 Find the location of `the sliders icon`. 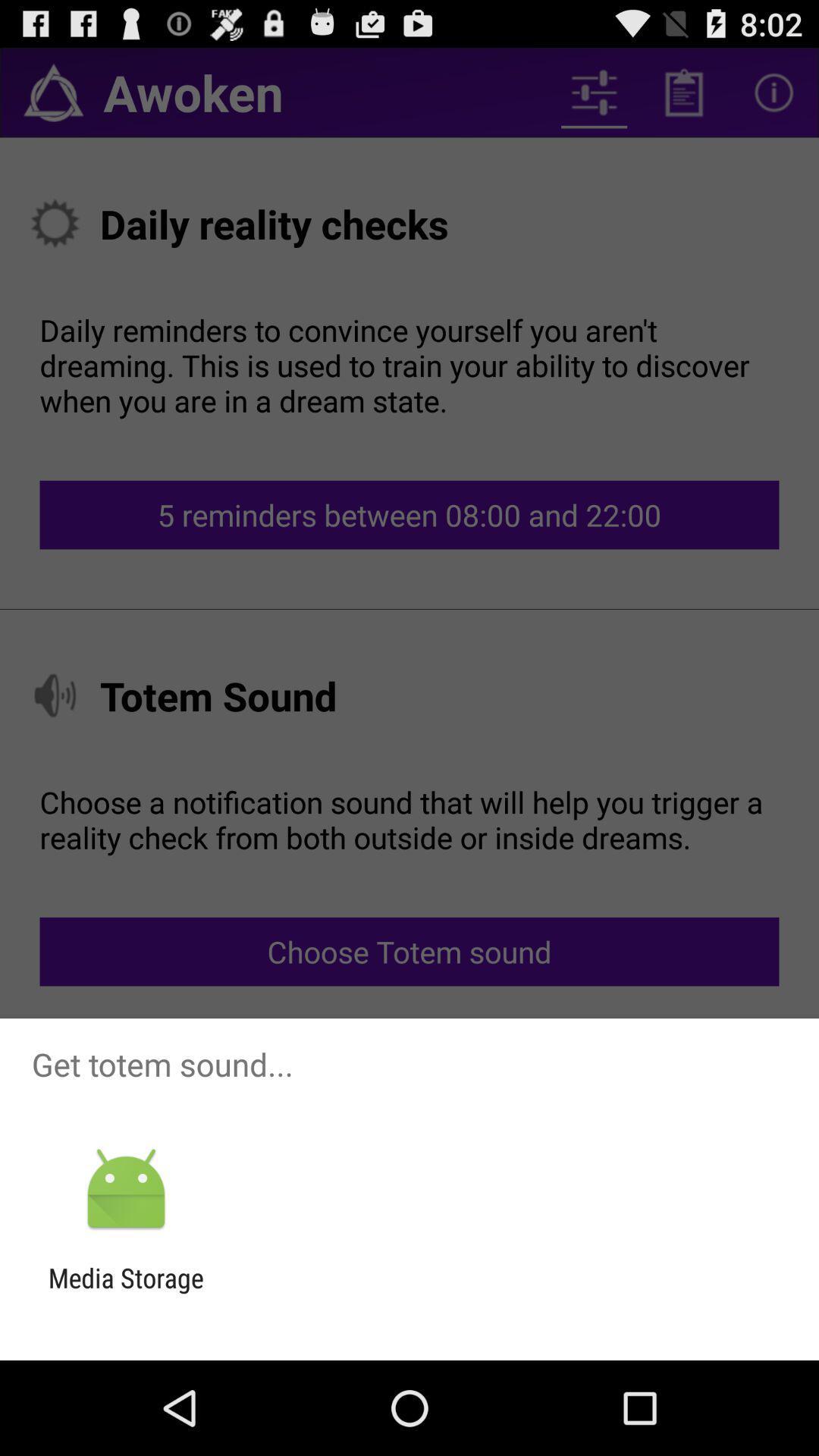

the sliders icon is located at coordinates (593, 98).